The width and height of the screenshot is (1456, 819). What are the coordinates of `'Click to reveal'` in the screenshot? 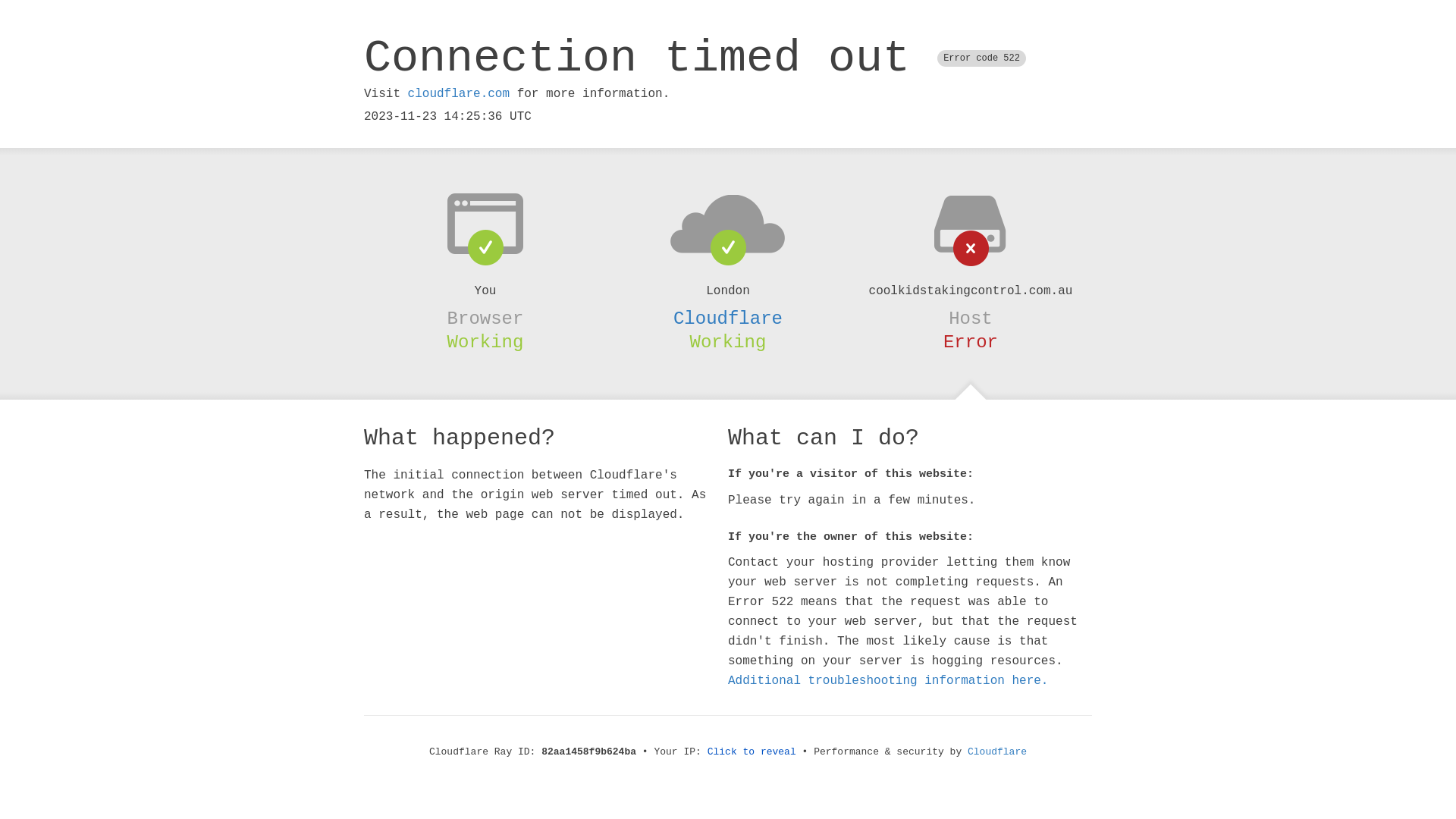 It's located at (752, 752).